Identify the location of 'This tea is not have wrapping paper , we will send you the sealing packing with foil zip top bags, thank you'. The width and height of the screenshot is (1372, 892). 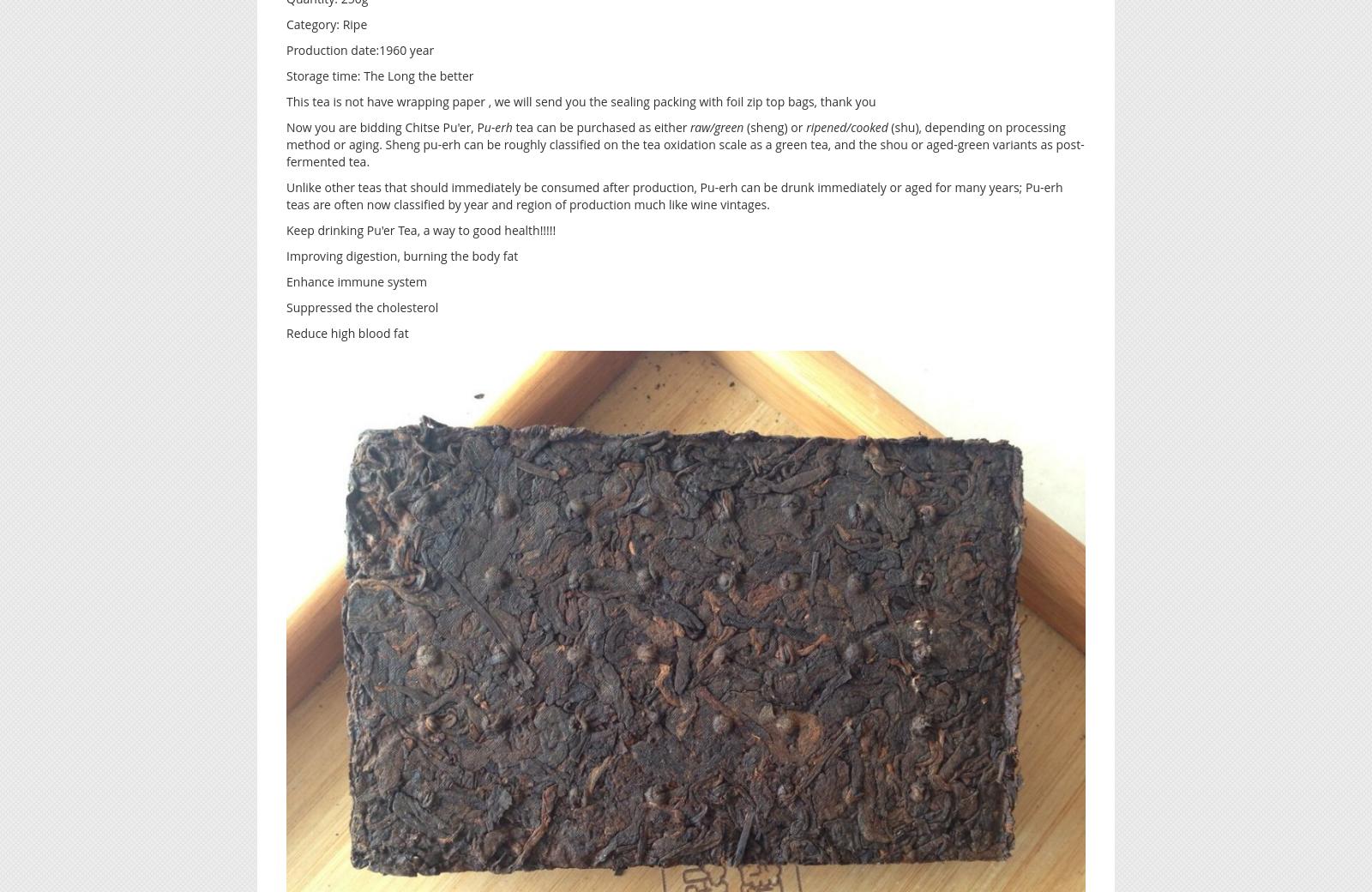
(581, 99).